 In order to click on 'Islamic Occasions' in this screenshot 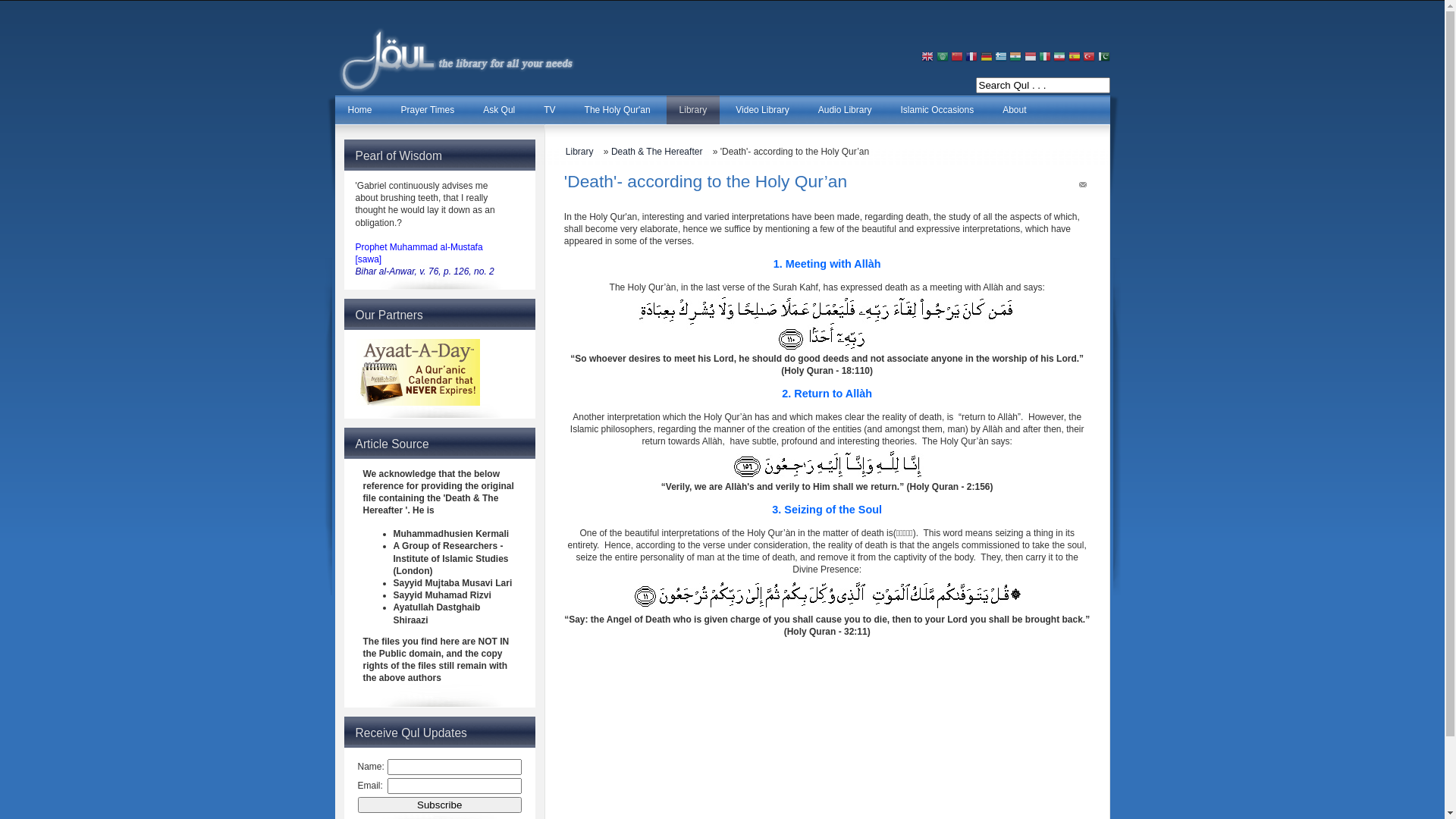, I will do `click(936, 109)`.